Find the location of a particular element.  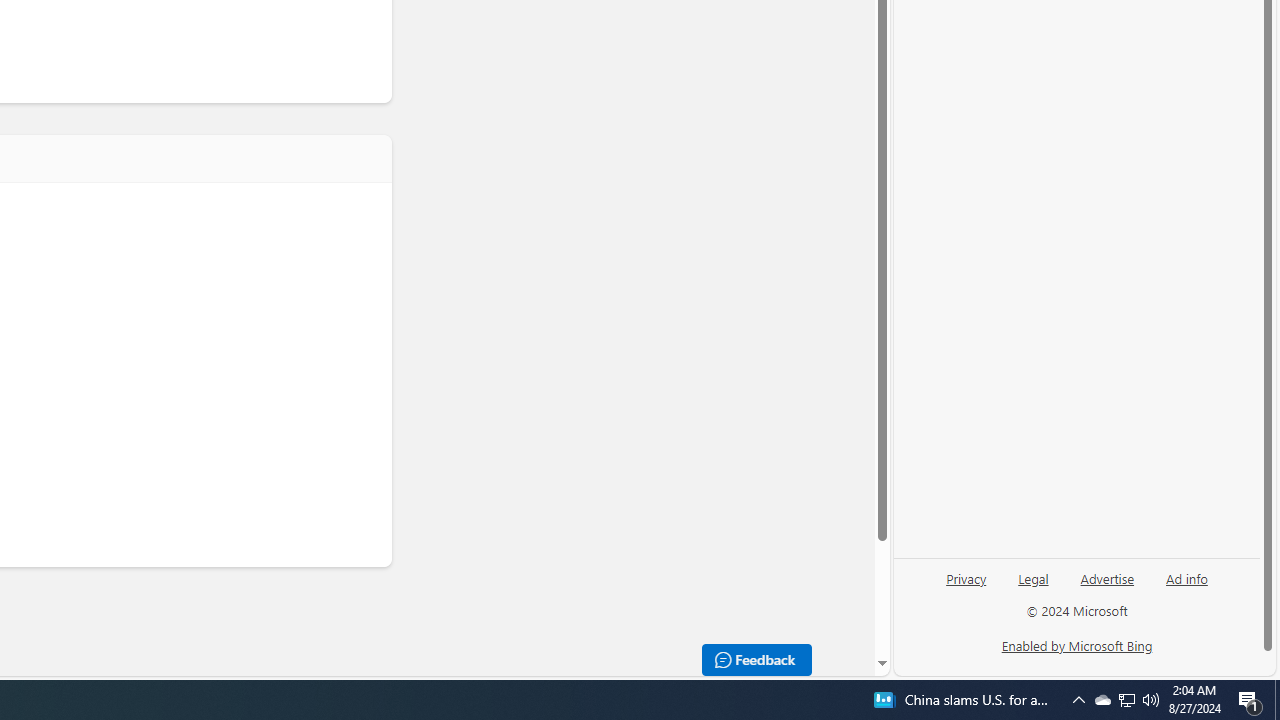

'Legal' is located at coordinates (1033, 577).